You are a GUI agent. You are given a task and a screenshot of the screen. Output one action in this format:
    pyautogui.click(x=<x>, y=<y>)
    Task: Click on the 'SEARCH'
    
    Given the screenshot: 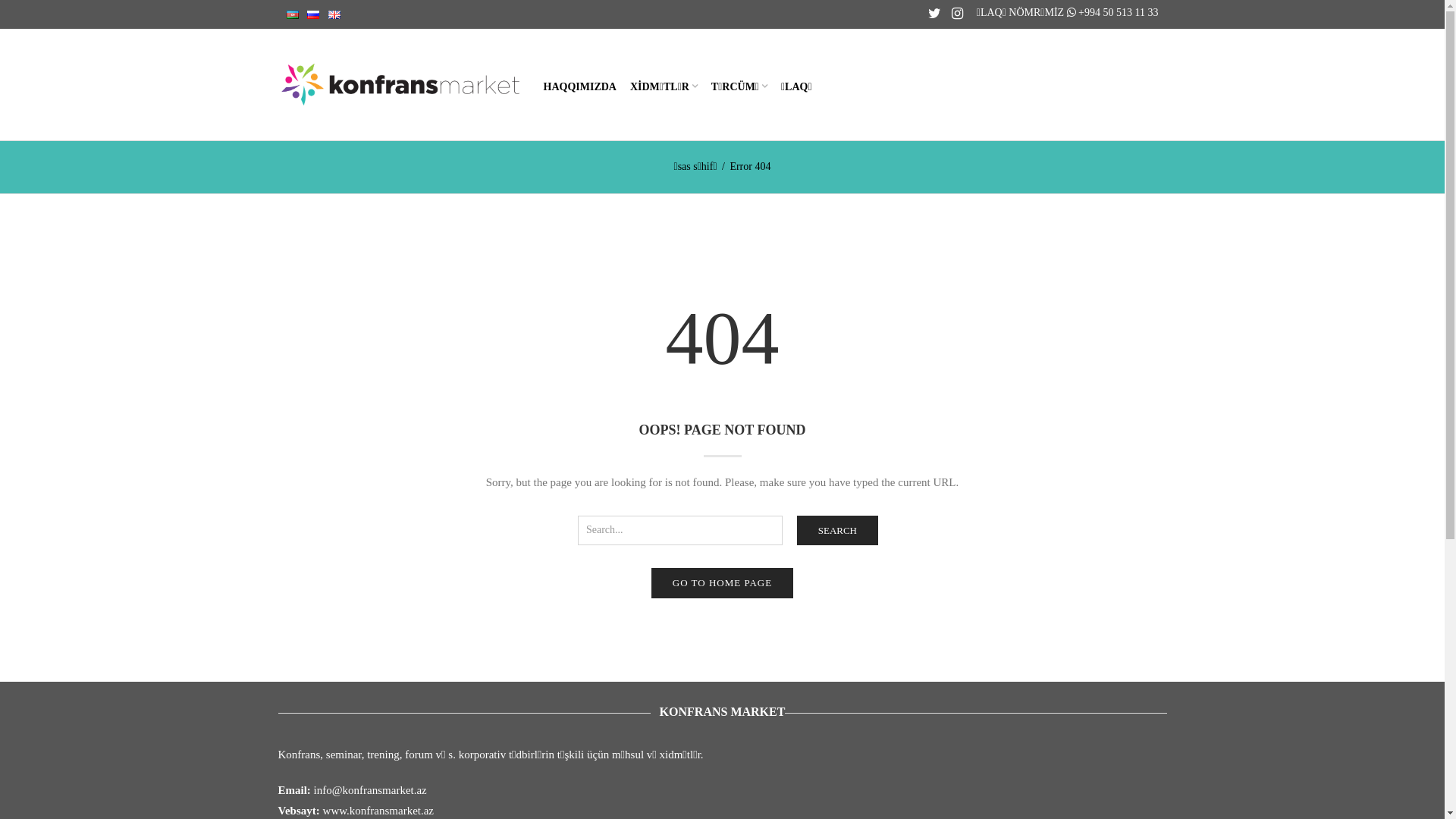 What is the action you would take?
    pyautogui.click(x=836, y=529)
    